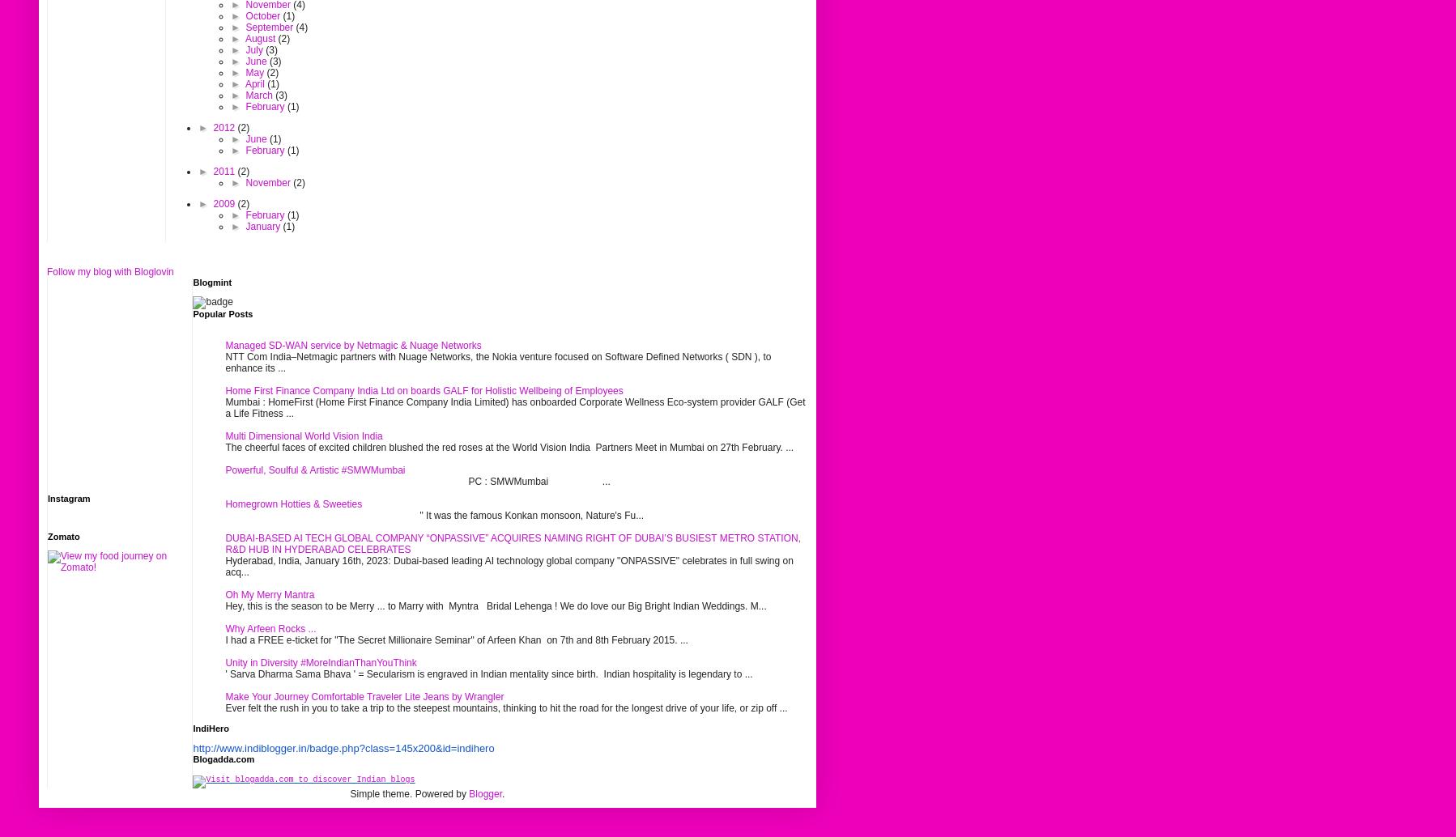  Describe the element at coordinates (260, 38) in the screenshot. I see `'August'` at that location.